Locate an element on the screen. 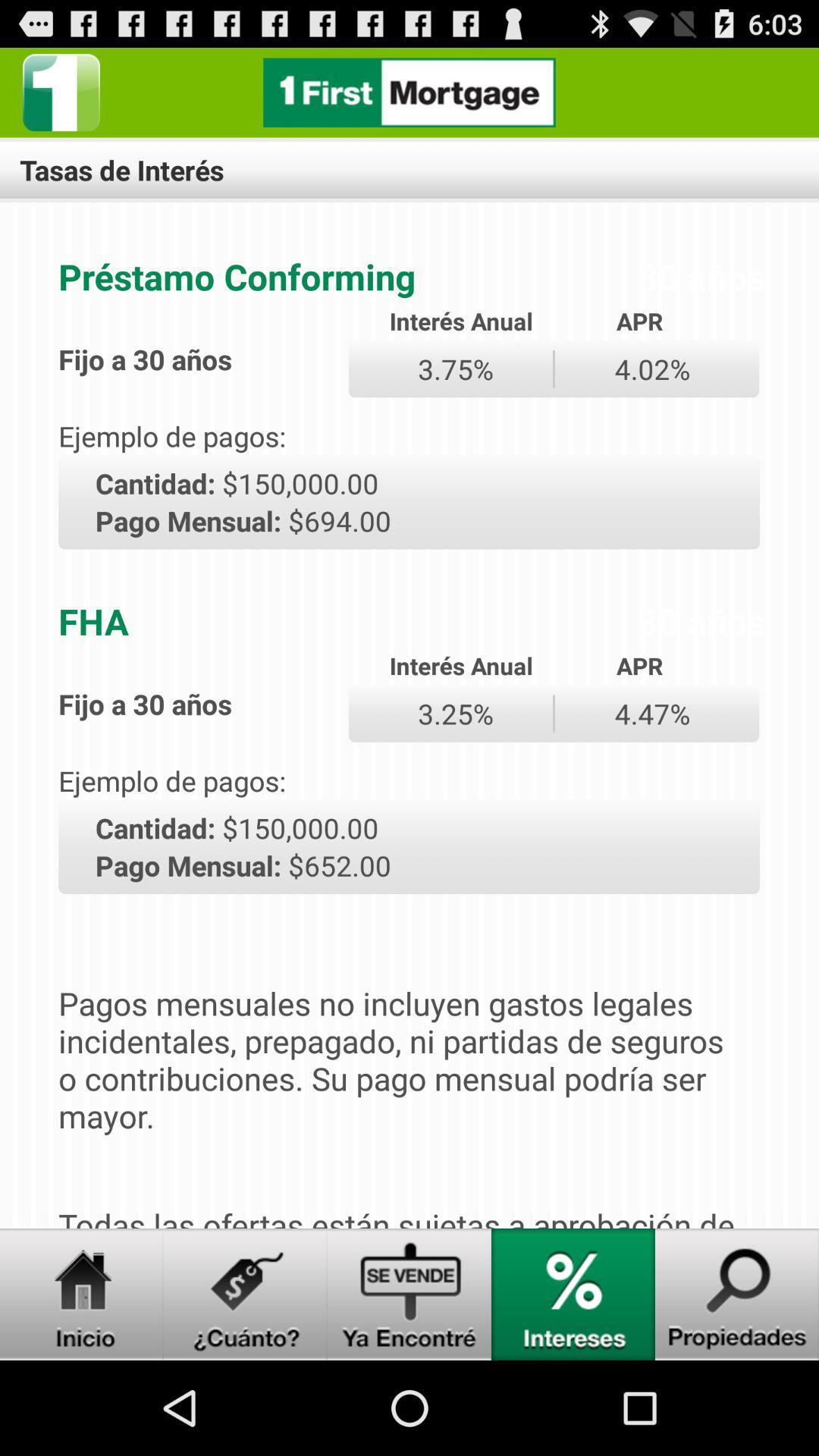 This screenshot has width=819, height=1456. go home is located at coordinates (82, 1294).